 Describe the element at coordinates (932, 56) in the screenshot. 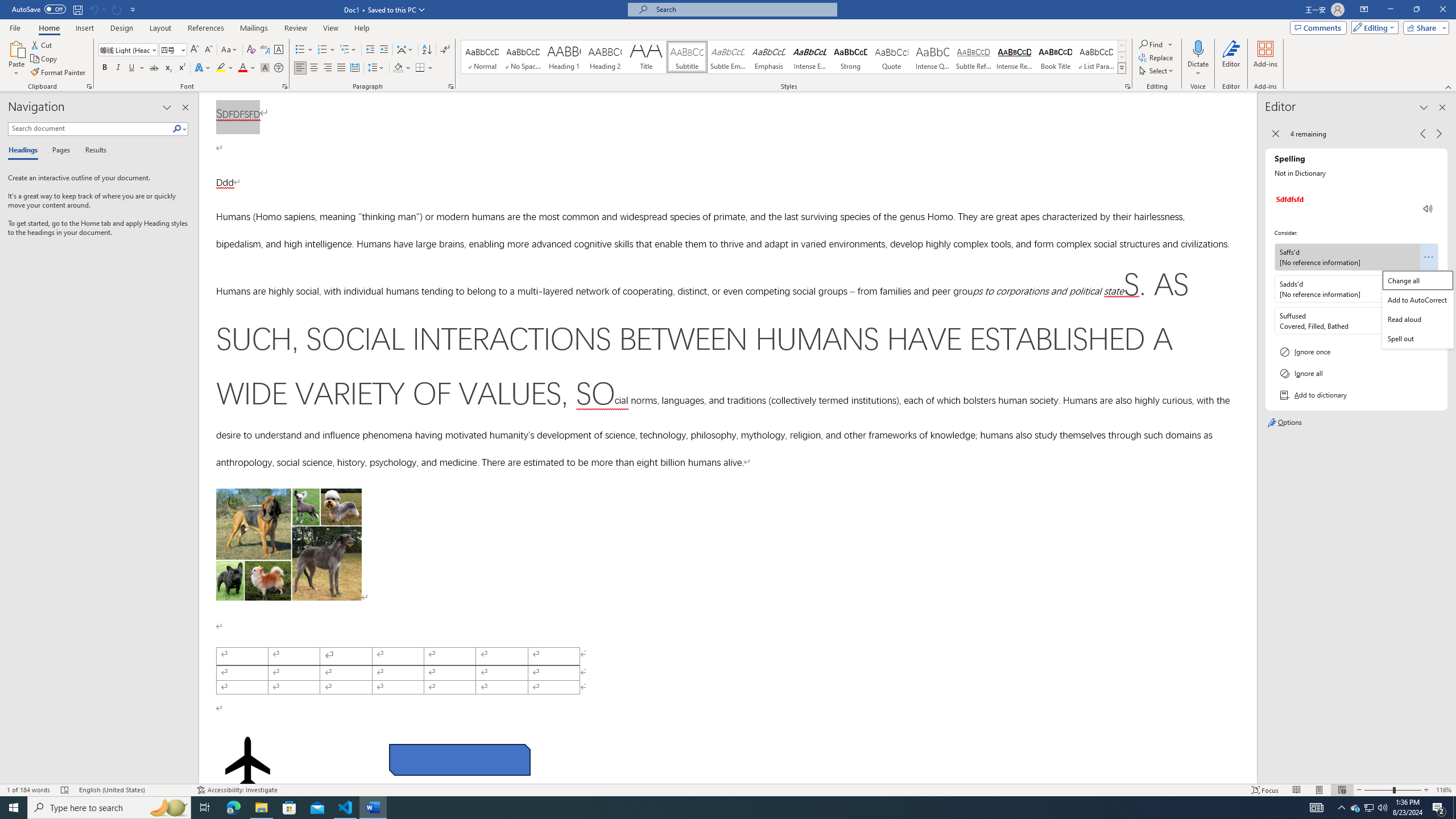

I see `'Intense Quote'` at that location.